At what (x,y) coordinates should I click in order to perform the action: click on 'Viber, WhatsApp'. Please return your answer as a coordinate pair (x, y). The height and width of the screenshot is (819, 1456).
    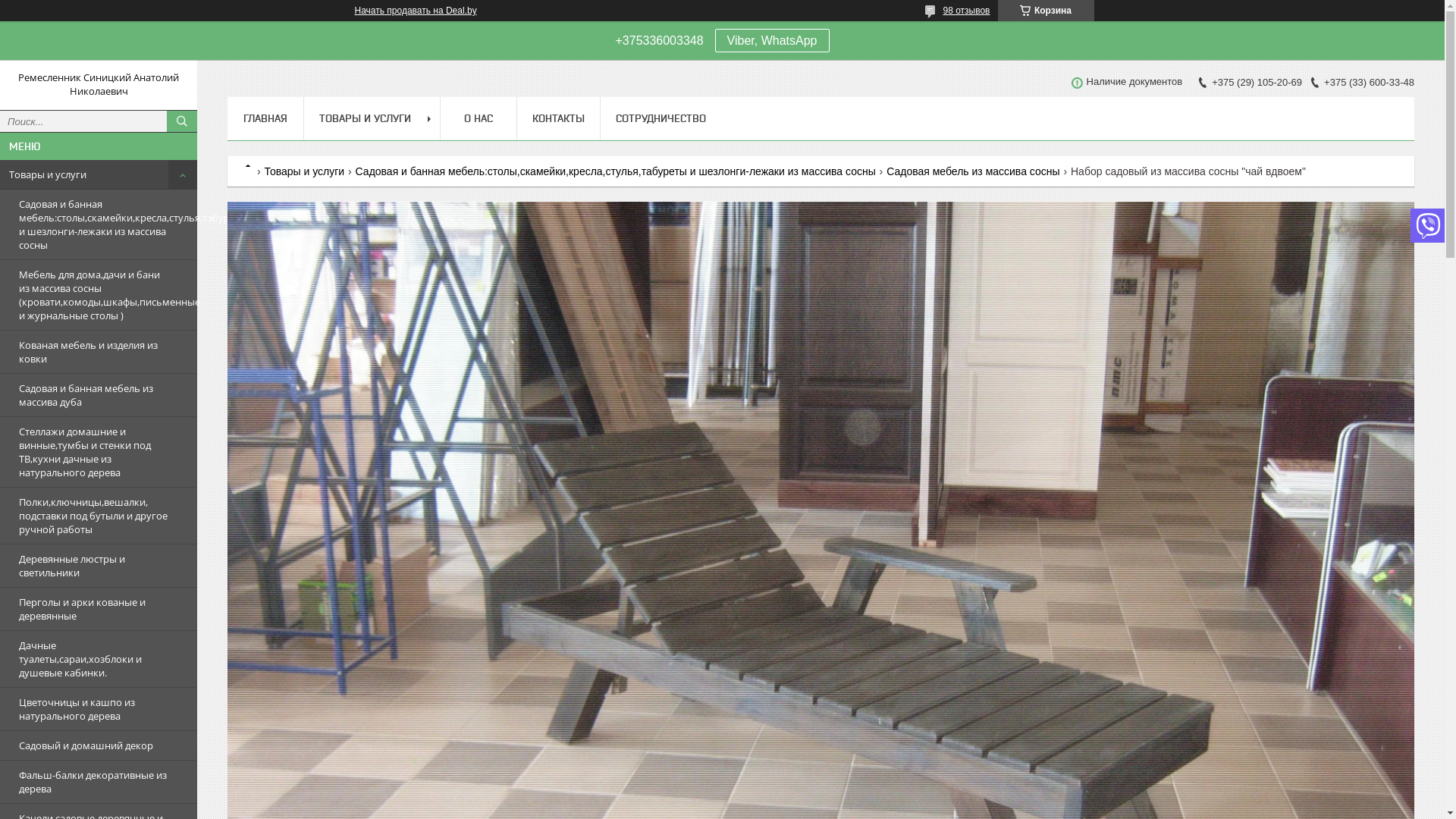
    Looking at the image, I should click on (714, 39).